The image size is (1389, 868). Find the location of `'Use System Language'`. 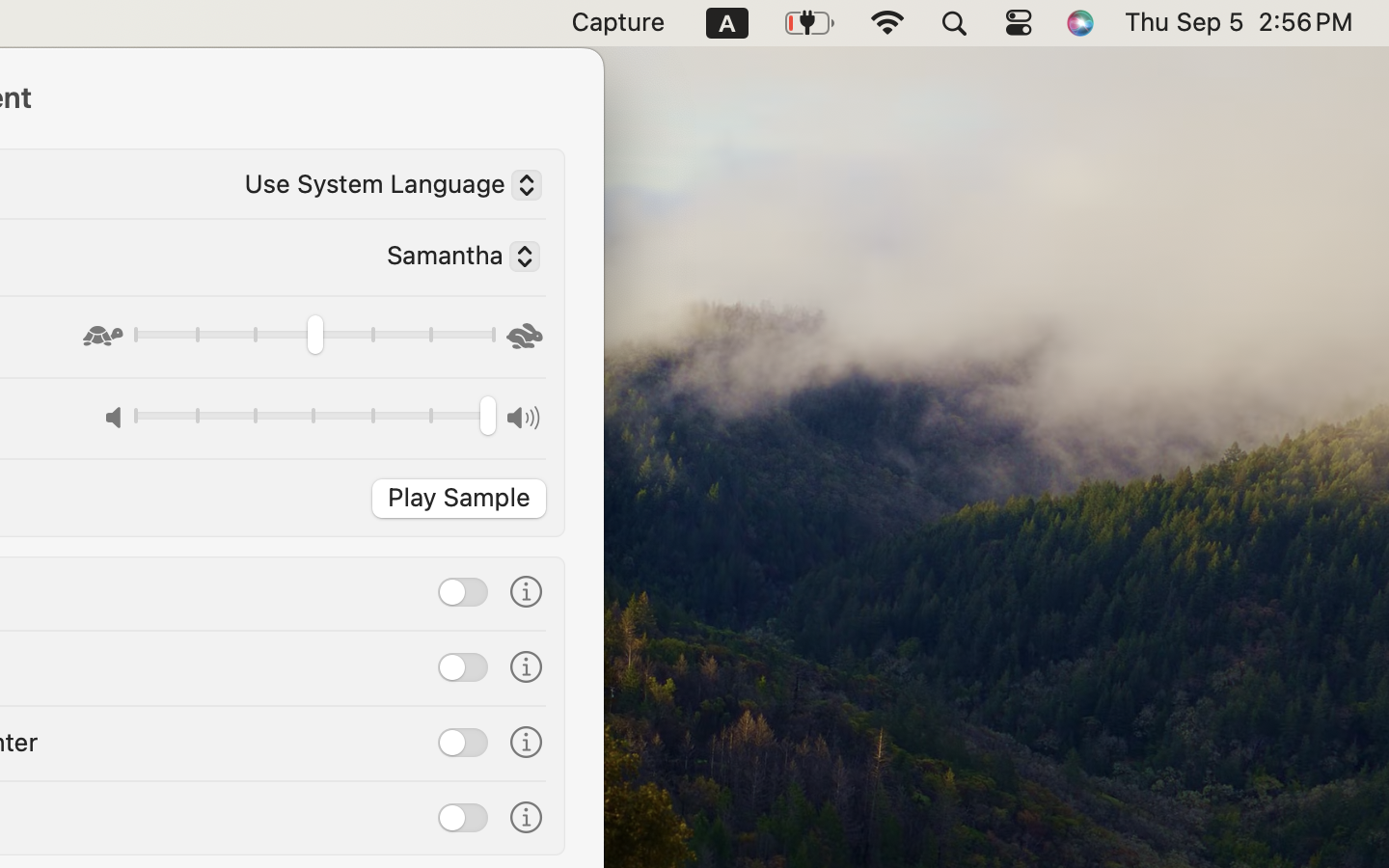

'Use System Language' is located at coordinates (384, 188).